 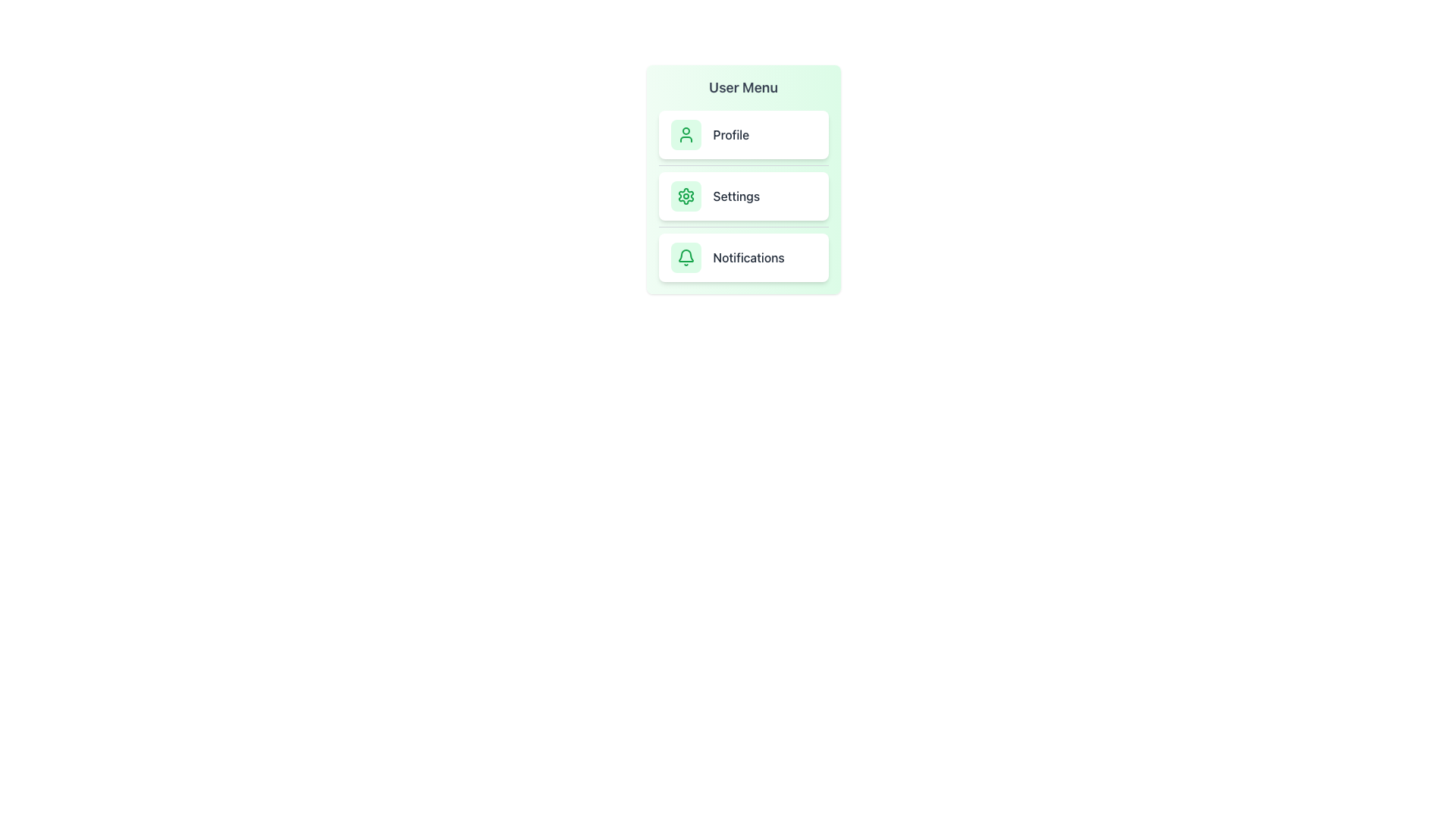 I want to click on the 'Notifications' button, which has a white background, rounded corners, and a bell icon on the left, so click(x=743, y=256).